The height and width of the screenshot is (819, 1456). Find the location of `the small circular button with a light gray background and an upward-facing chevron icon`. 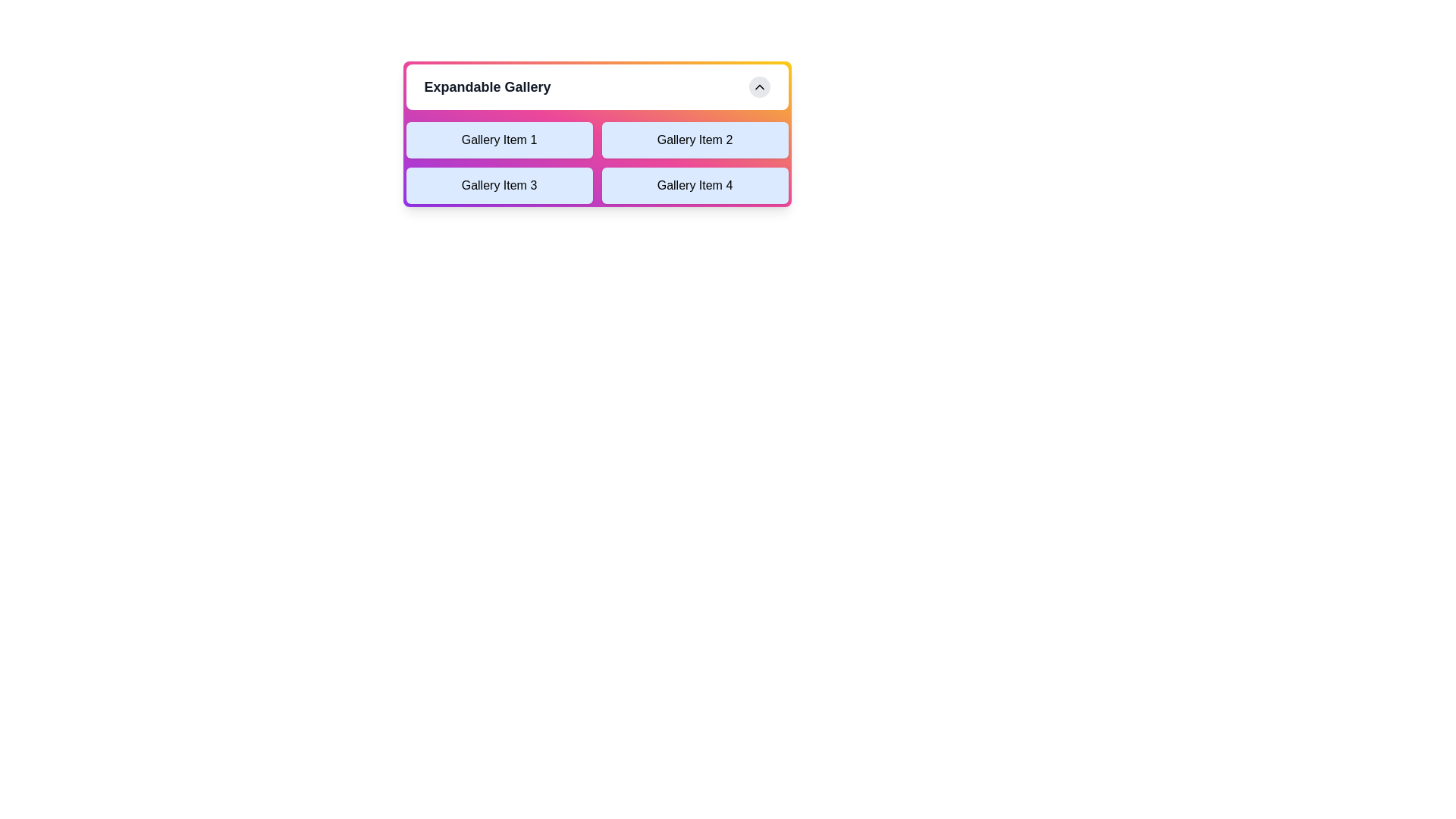

the small circular button with a light gray background and an upward-facing chevron icon is located at coordinates (759, 87).